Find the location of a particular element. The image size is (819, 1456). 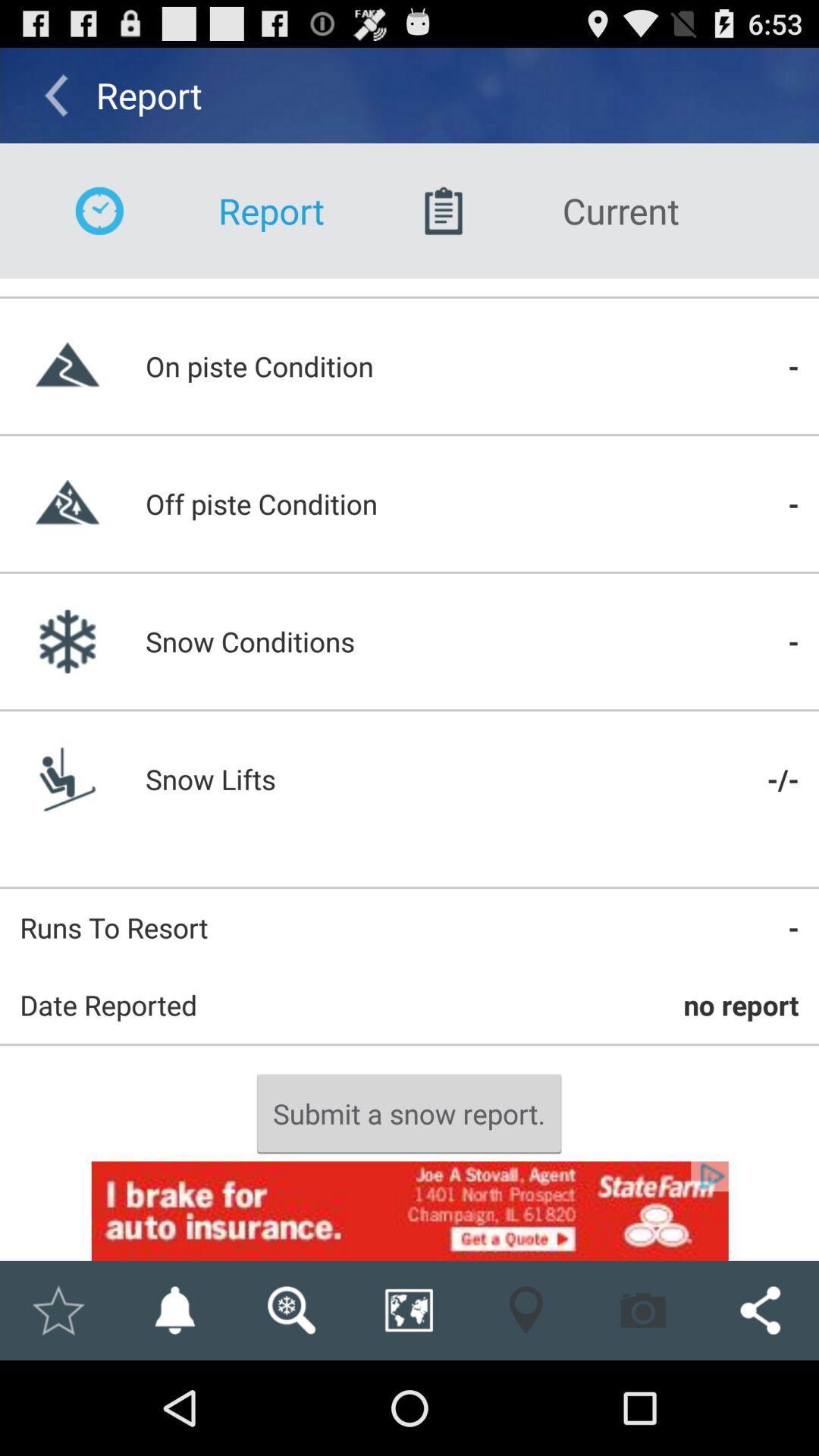

advertisement is located at coordinates (409, 1210).